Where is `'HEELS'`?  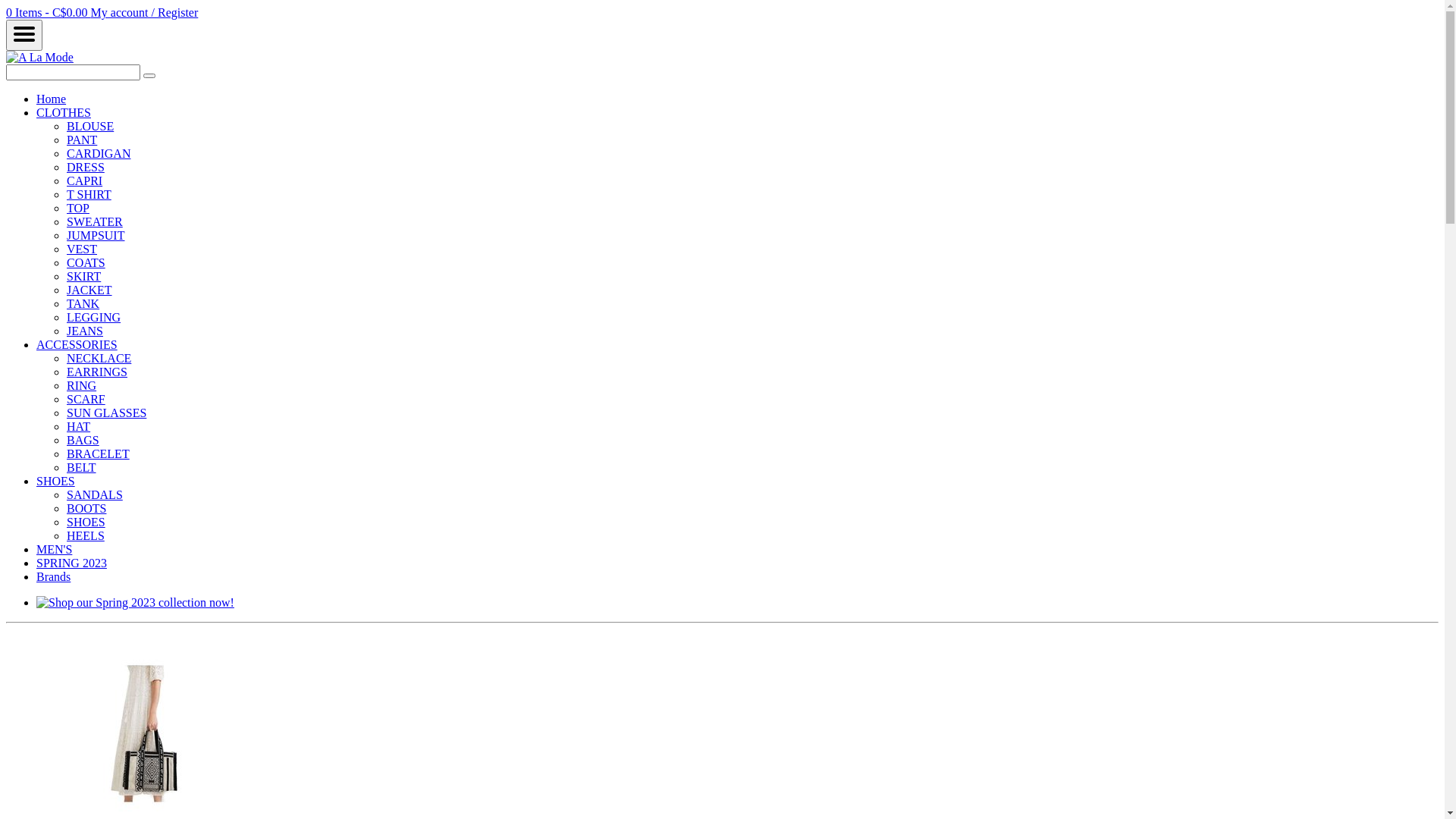 'HEELS' is located at coordinates (85, 535).